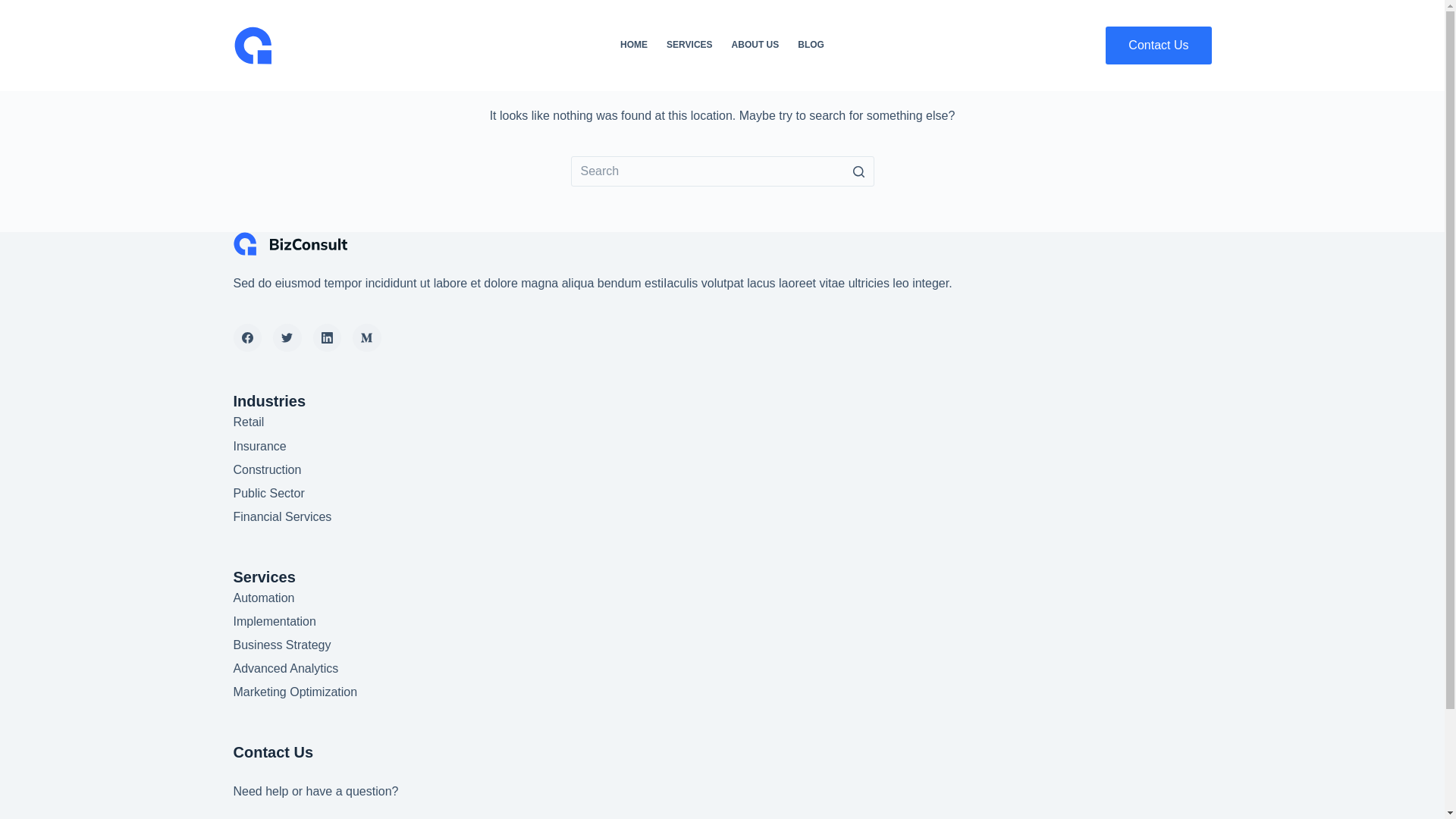 Image resolution: width=1456 pixels, height=819 pixels. Describe the element at coordinates (268, 469) in the screenshot. I see `'Construction'` at that location.